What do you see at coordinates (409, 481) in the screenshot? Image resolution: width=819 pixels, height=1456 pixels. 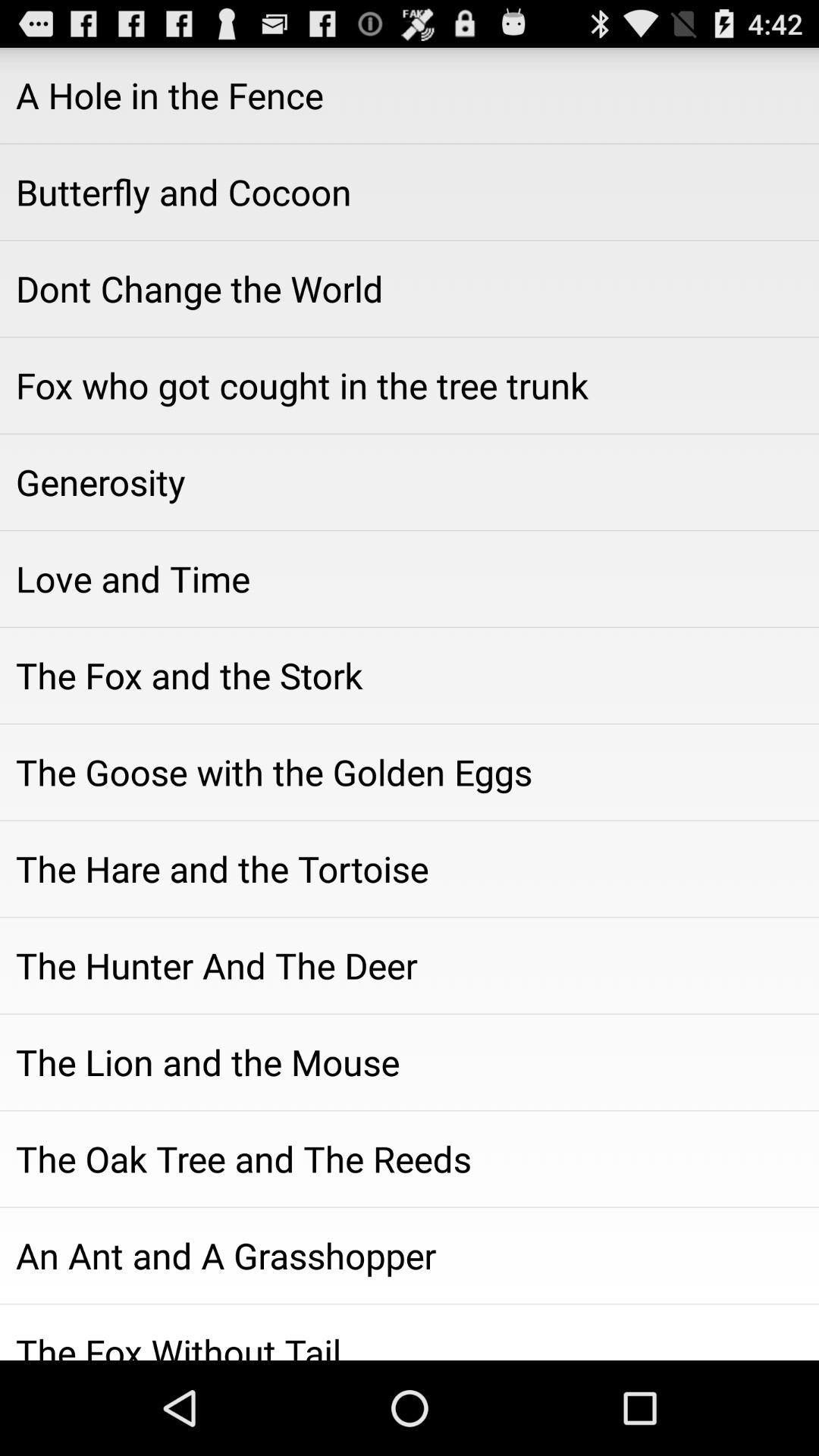 I see `generosity` at bounding box center [409, 481].